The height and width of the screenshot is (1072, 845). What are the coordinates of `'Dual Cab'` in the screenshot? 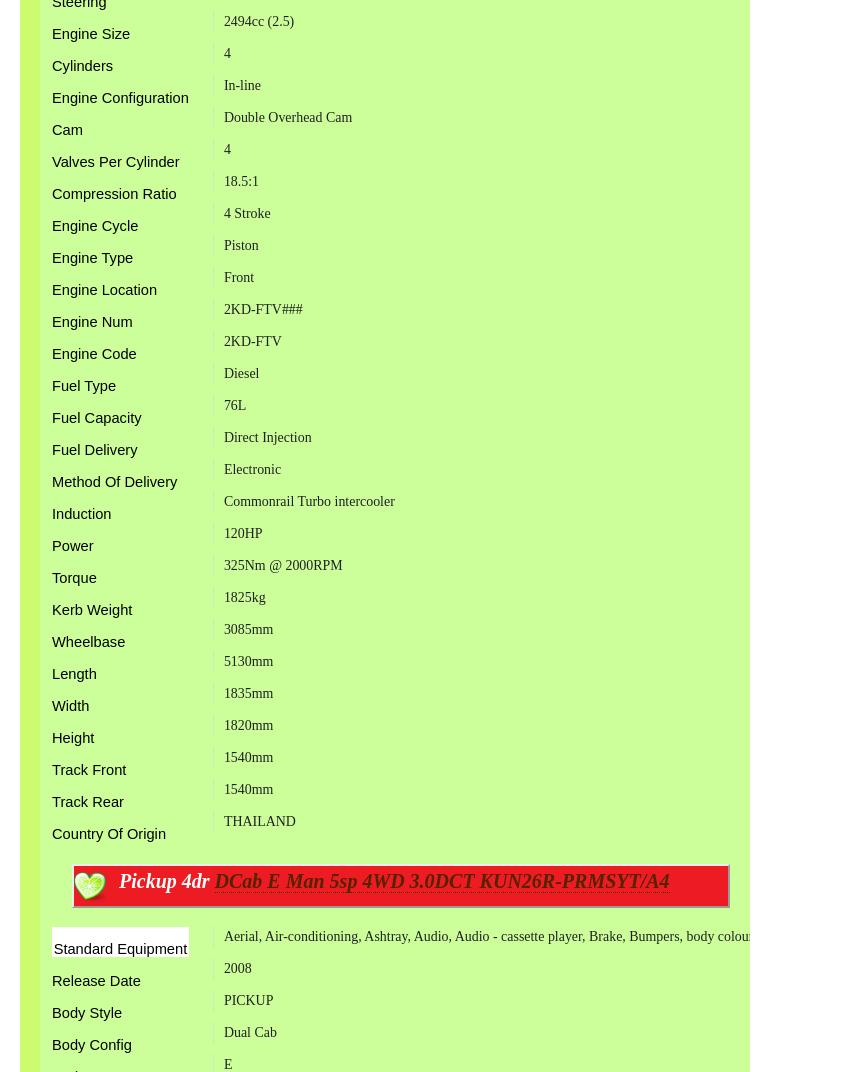 It's located at (221, 1031).